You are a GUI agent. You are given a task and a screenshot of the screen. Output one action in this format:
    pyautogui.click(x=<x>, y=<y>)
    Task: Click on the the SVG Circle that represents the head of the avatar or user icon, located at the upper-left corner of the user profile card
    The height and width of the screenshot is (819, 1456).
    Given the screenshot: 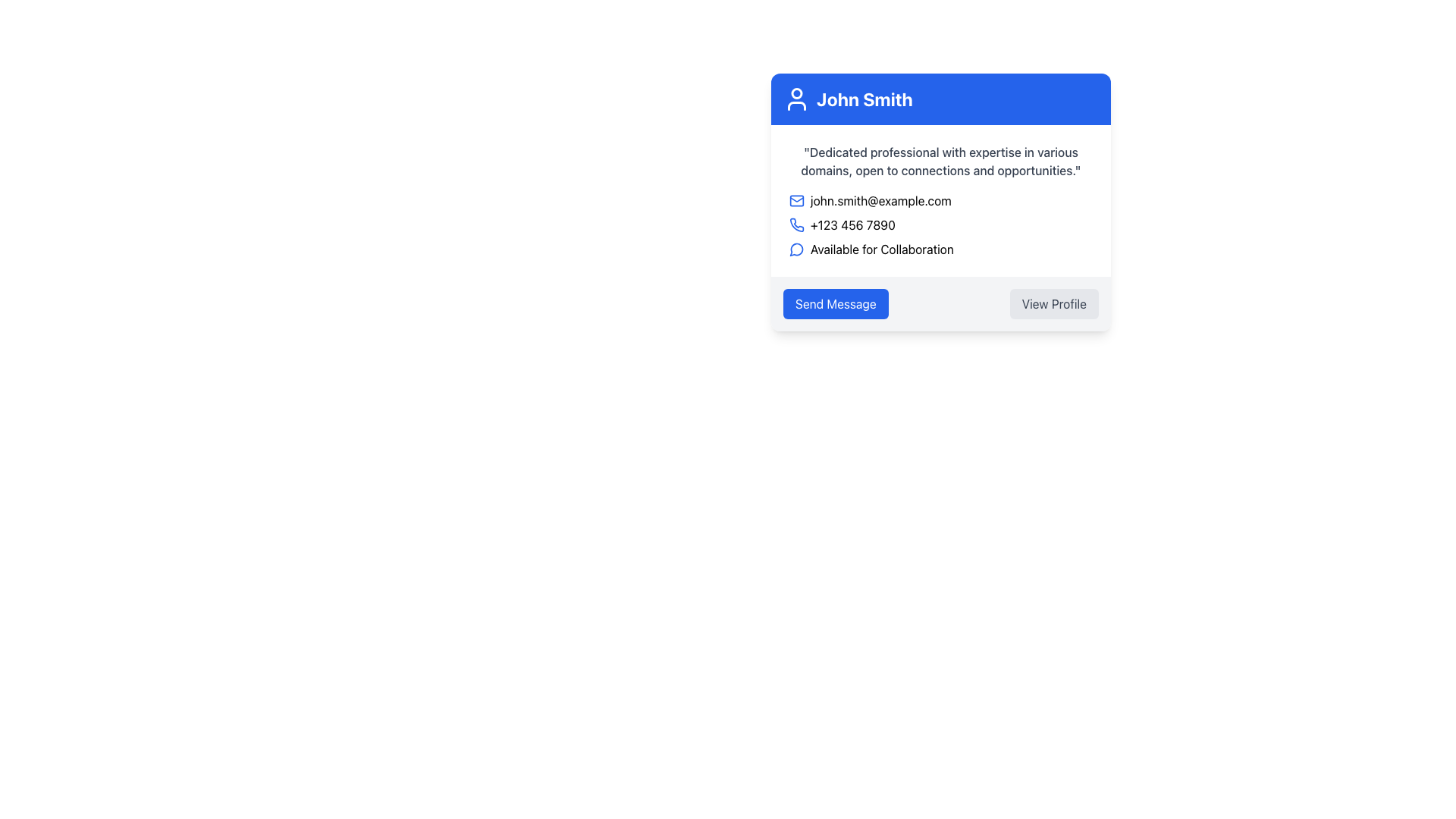 What is the action you would take?
    pyautogui.click(x=796, y=93)
    